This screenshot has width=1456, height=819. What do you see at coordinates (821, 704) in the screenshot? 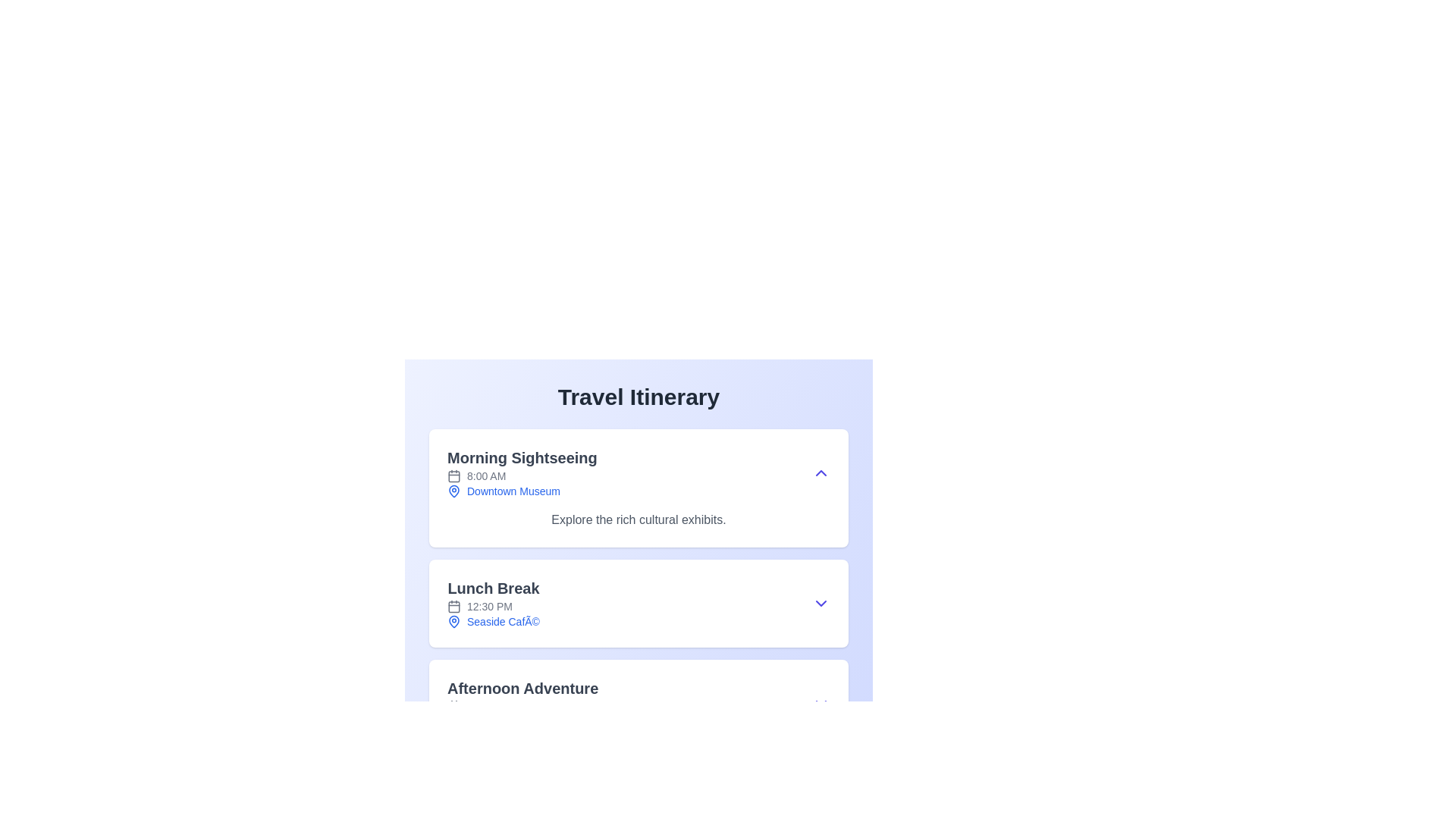
I see `the toggle button (expand/collapse) located at the far-right end of the 'Afternoon Adventure' section` at bounding box center [821, 704].